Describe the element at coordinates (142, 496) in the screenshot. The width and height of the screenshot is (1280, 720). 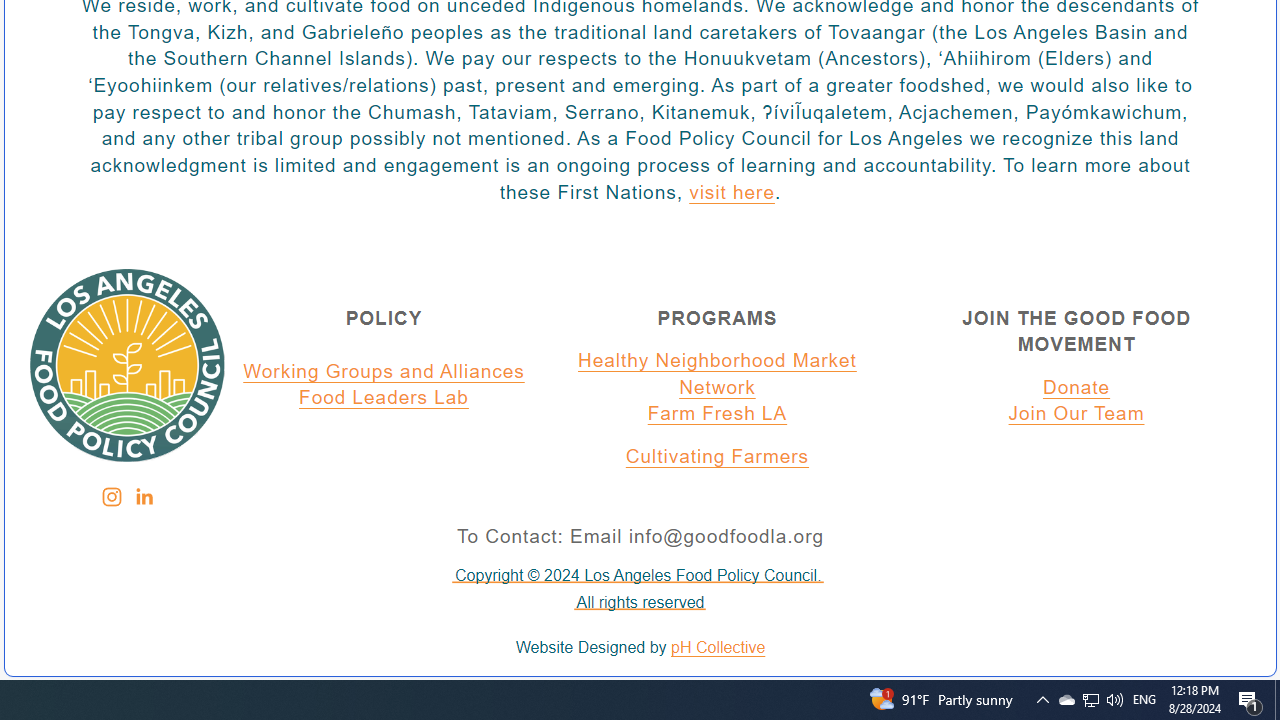
I see `'Class: sqs-svg-icon--social'` at that location.